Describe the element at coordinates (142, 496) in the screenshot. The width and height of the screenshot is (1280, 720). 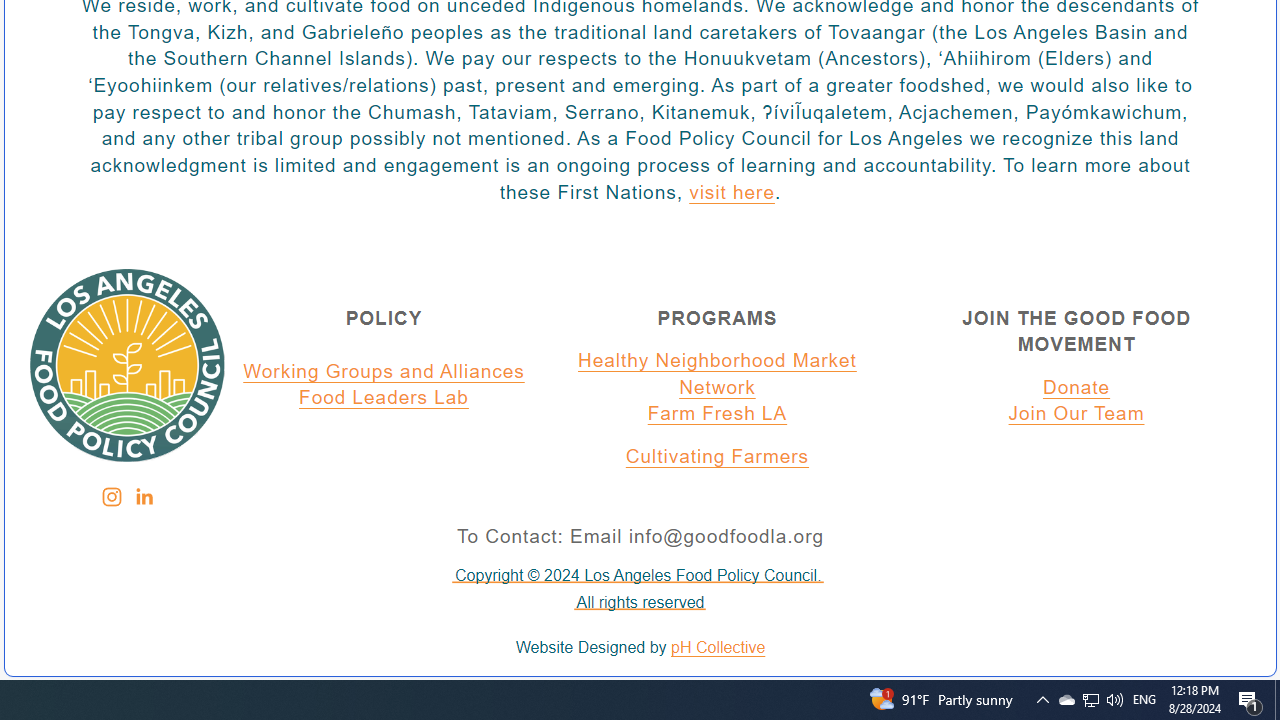
I see `'Class: sqs-svg-icon--social'` at that location.